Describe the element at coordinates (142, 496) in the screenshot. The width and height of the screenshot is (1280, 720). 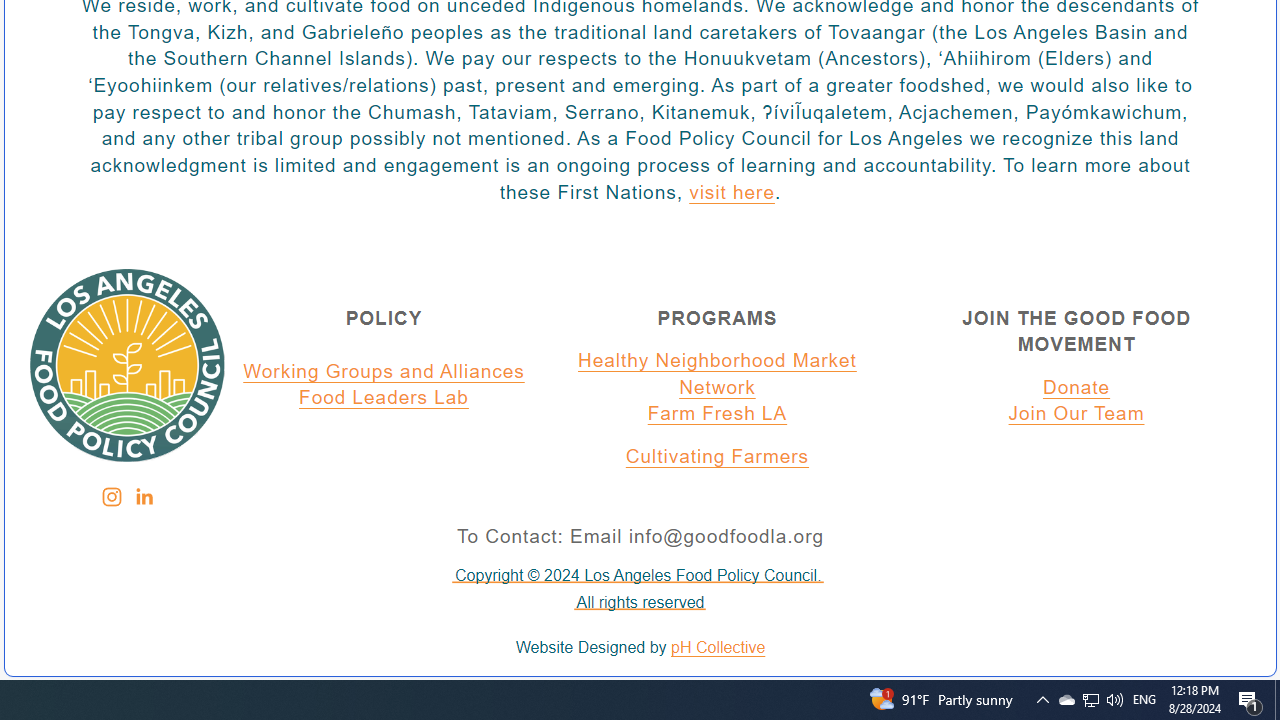
I see `'Class: sqs-svg-icon--social'` at that location.